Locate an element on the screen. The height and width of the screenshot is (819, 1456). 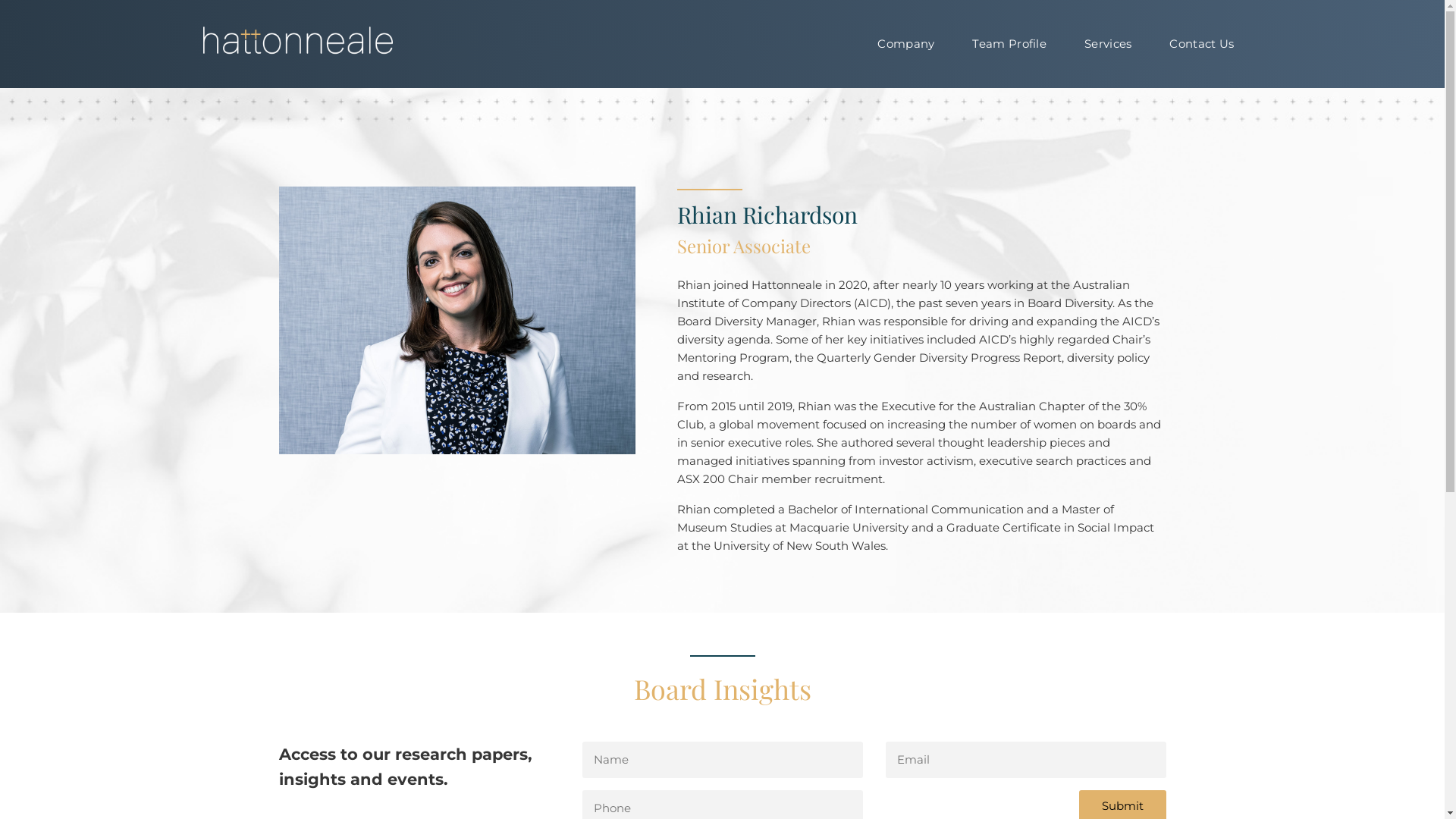
'Company' is located at coordinates (905, 42).